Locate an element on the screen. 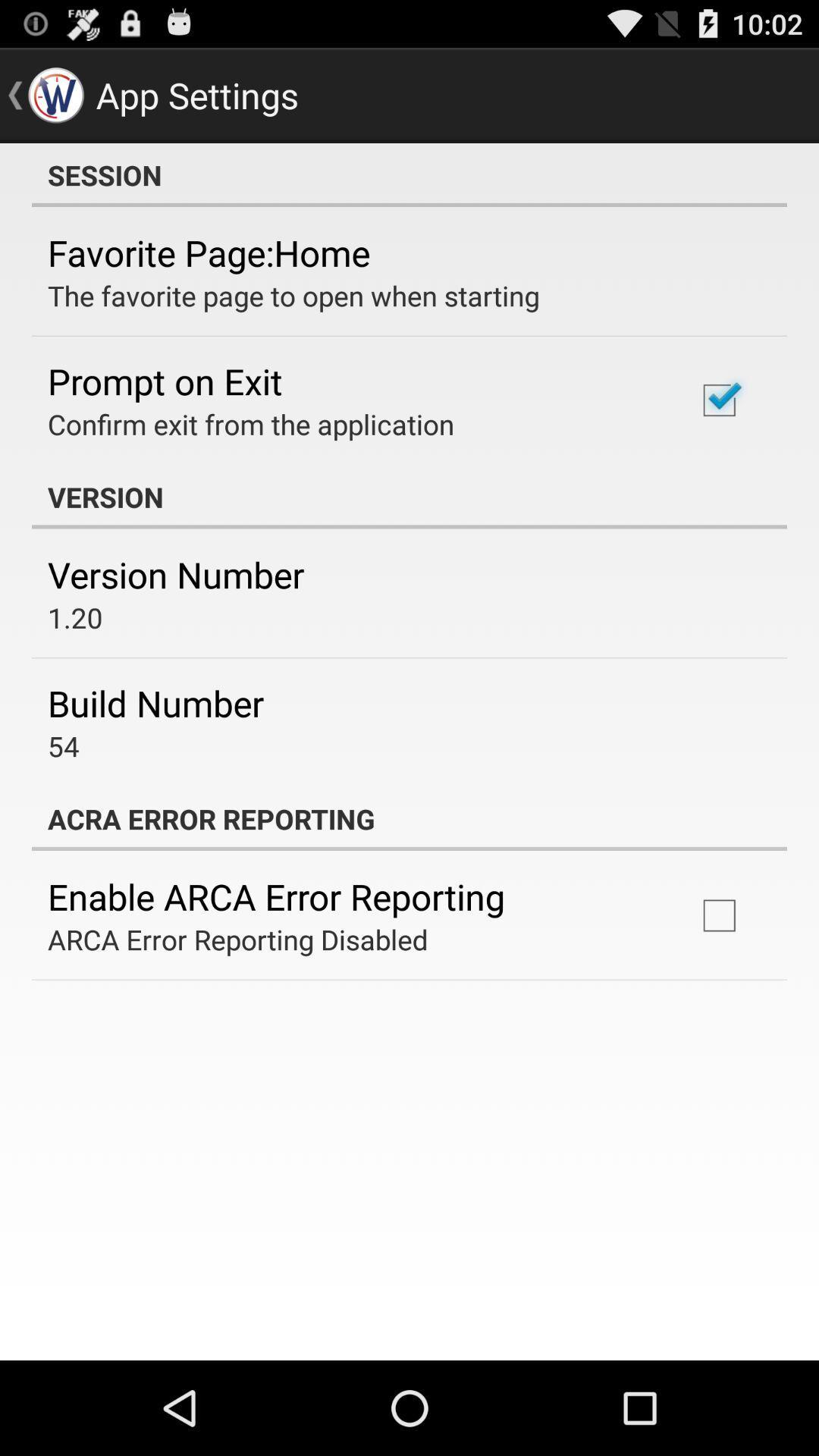 The image size is (819, 1456). the item below prompt on exit is located at coordinates (250, 424).